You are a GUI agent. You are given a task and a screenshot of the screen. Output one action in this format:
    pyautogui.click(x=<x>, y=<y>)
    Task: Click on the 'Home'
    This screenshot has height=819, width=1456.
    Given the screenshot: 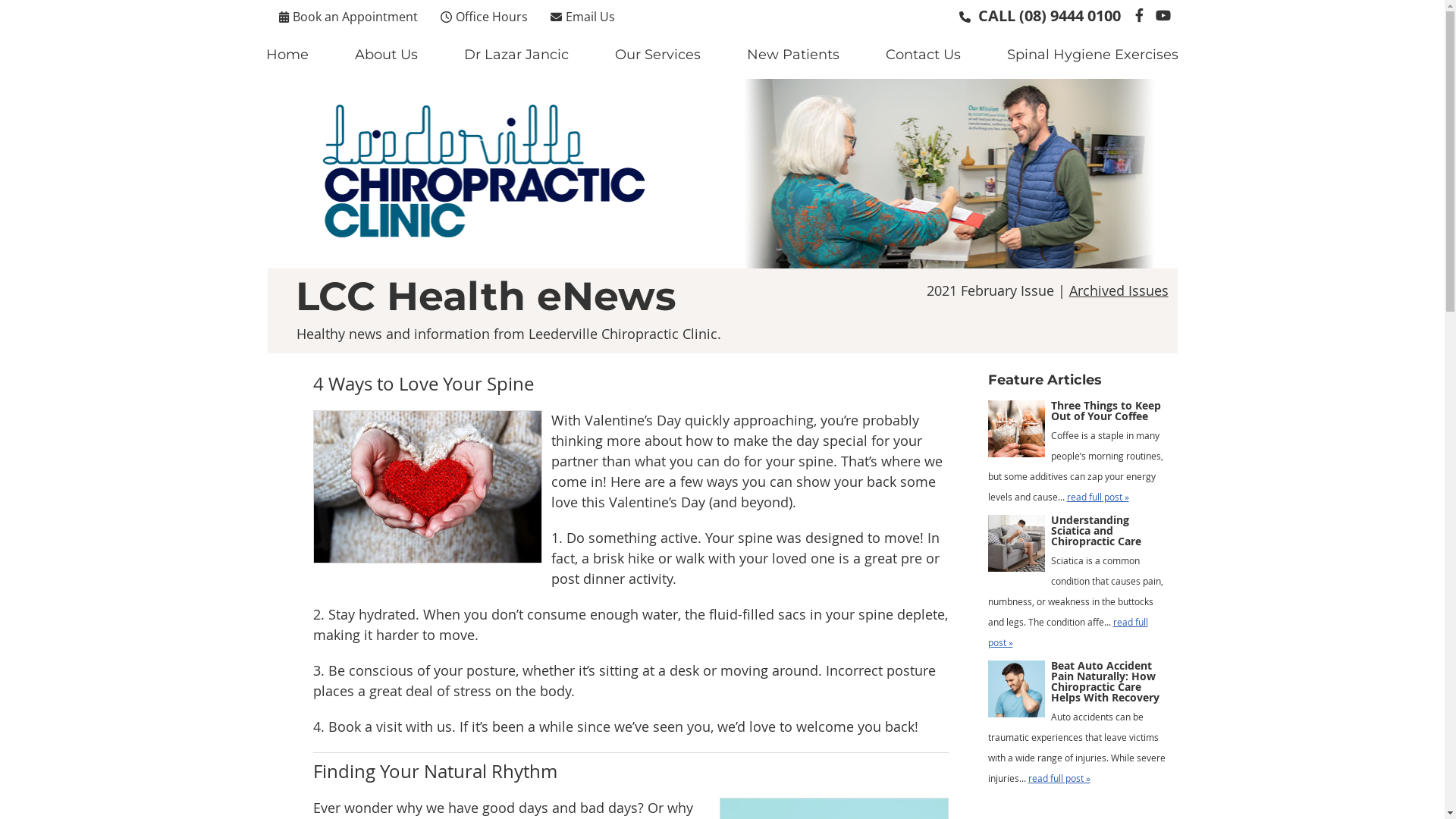 What is the action you would take?
    pyautogui.click(x=287, y=54)
    